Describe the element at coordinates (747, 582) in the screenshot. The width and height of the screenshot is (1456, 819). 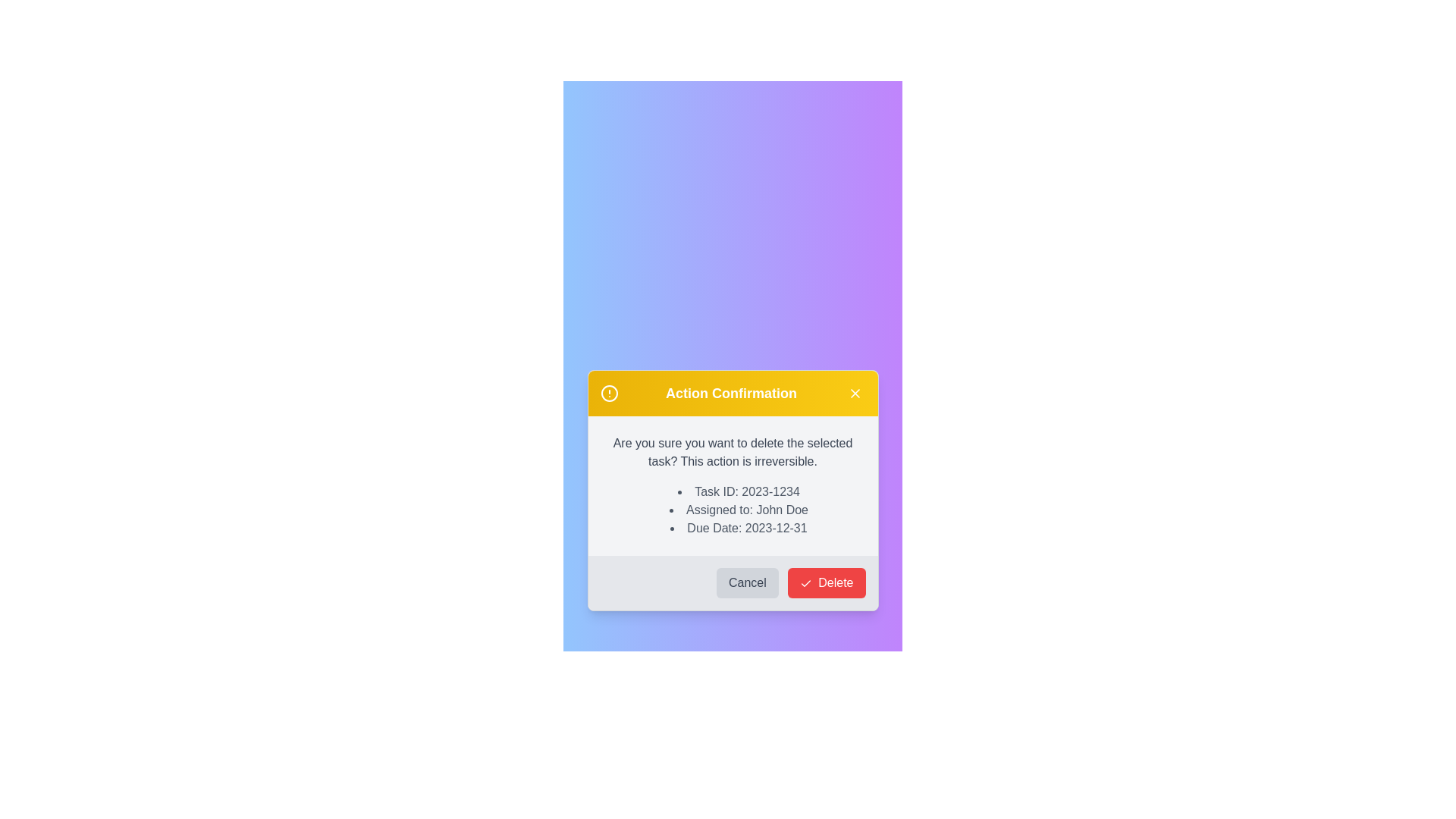
I see `the 'Cancel' button, which is a rectangular button with a light gray background and black text, located in a modal dialog box at the bottom left of a group of buttons` at that location.